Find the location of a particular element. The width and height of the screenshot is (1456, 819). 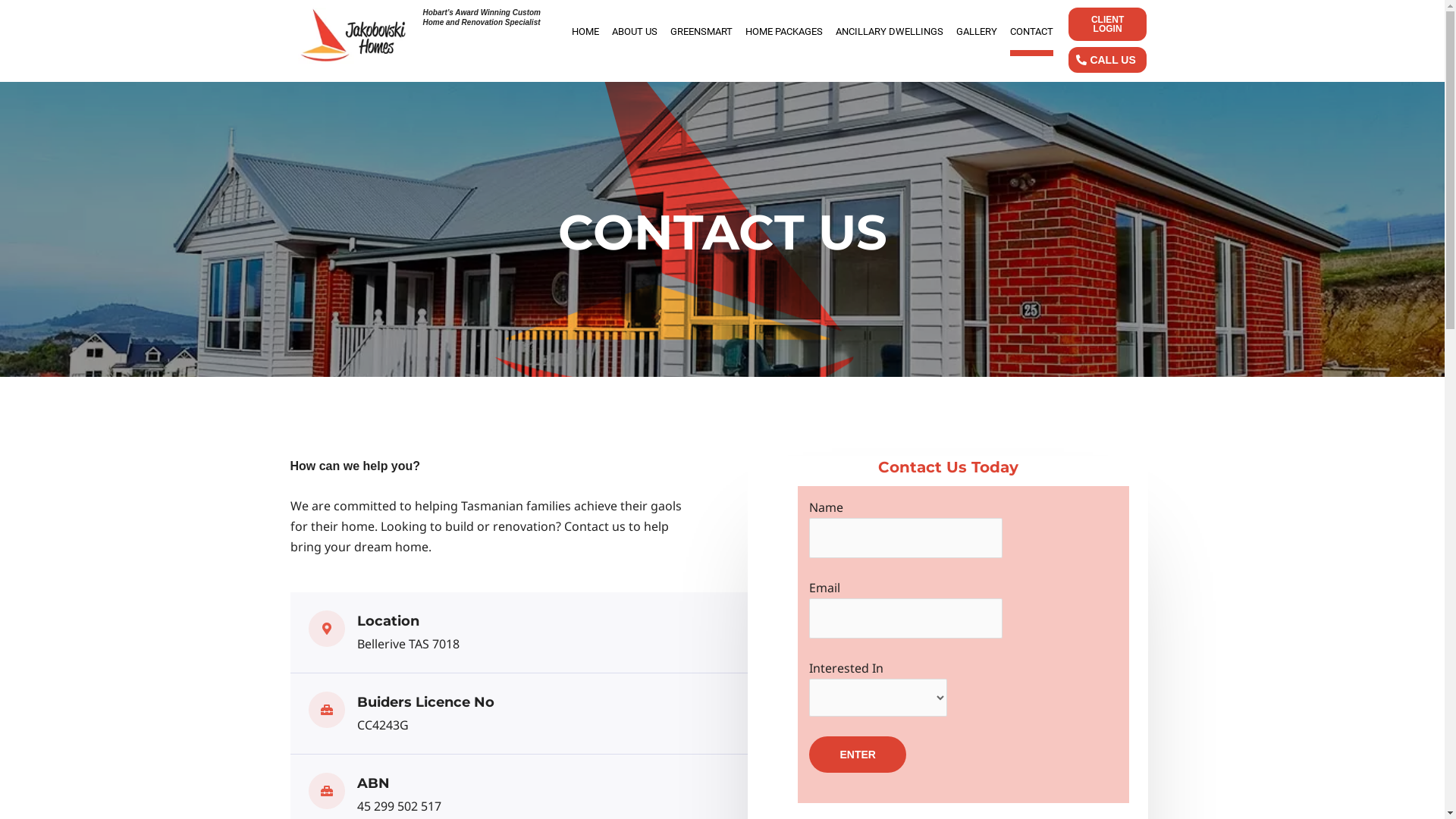

'GALLERY' is located at coordinates (955, 32).